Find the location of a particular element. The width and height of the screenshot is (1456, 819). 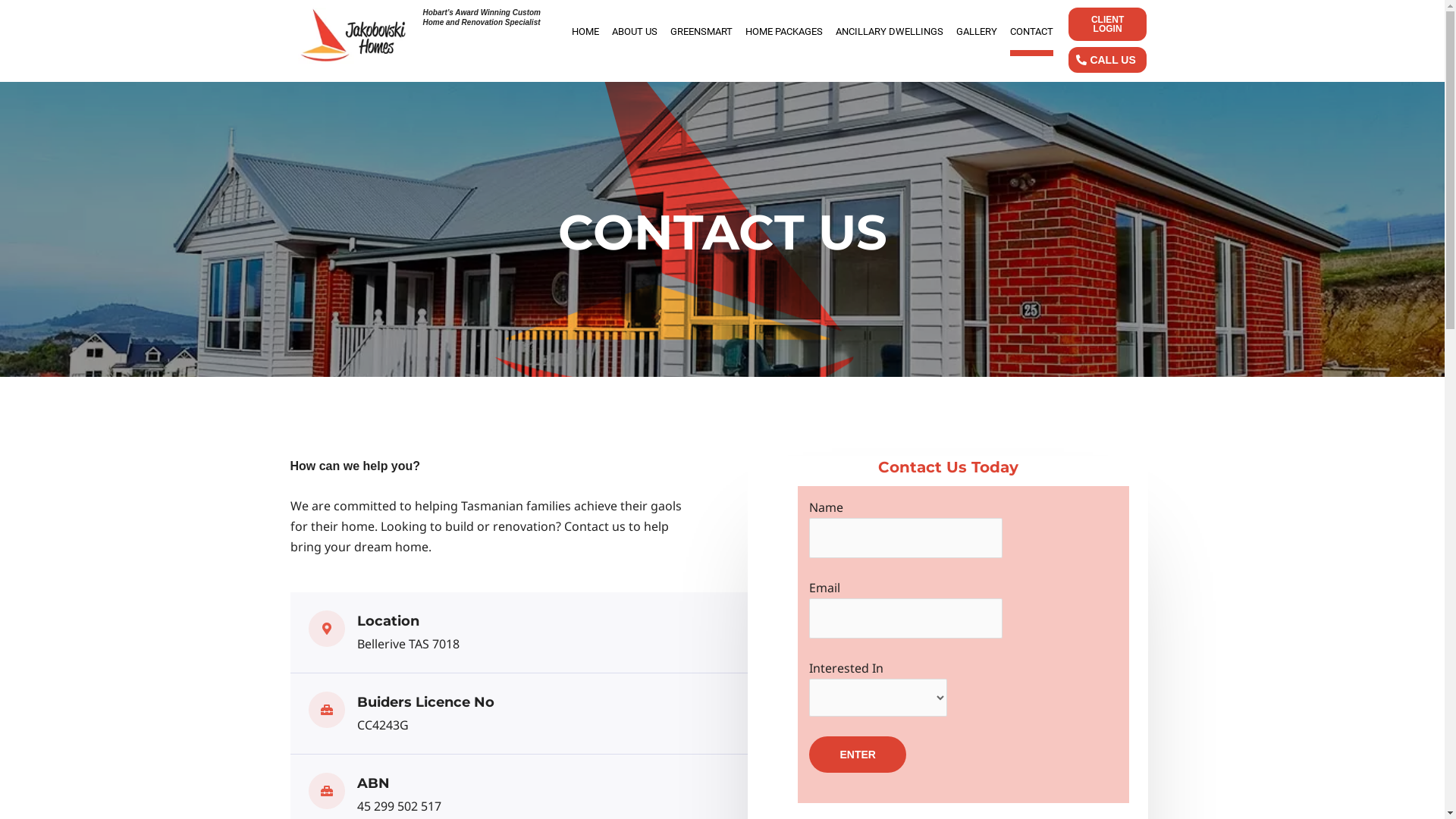

'GALLERY' is located at coordinates (955, 32).